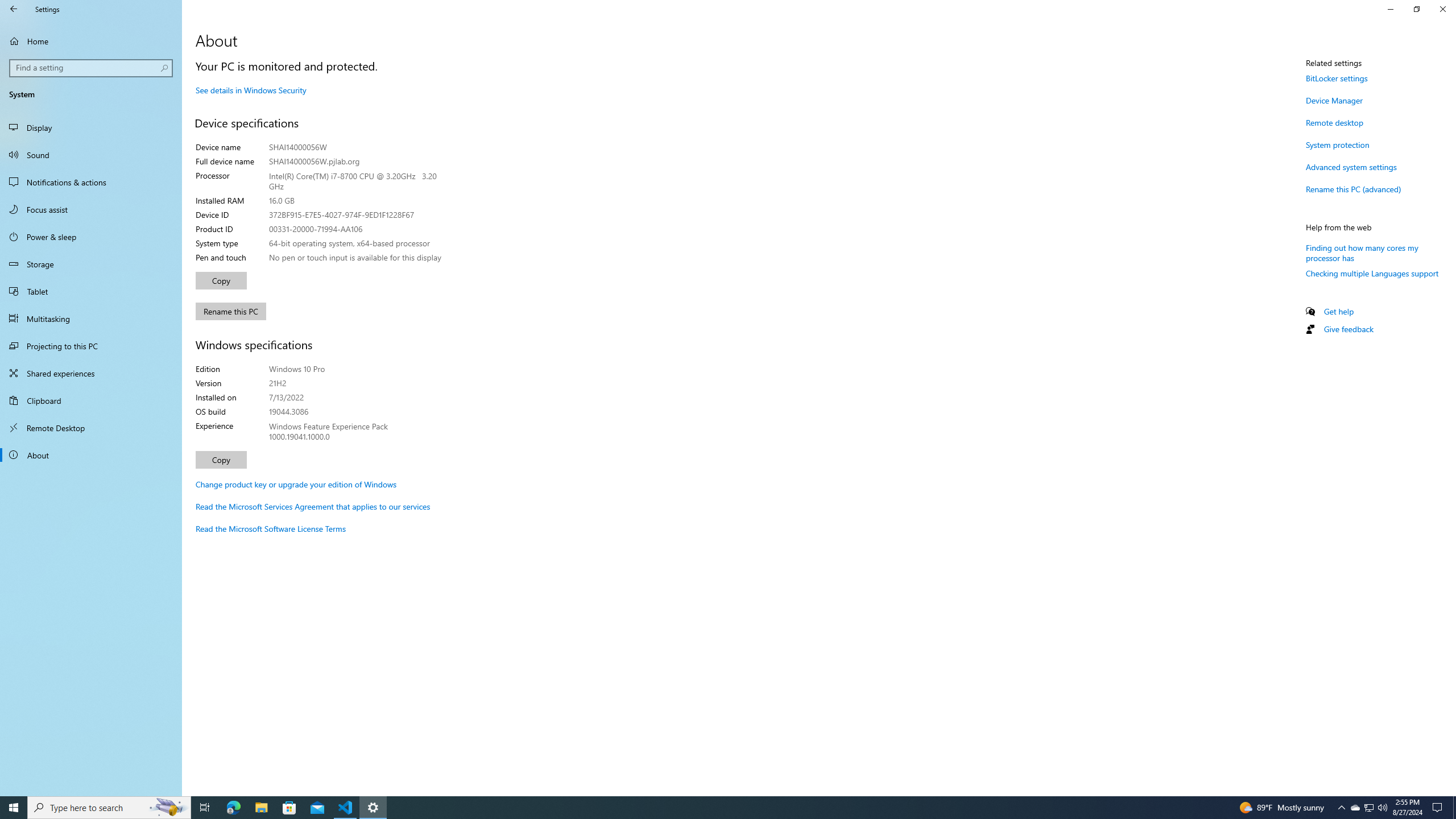 This screenshot has height=819, width=1456. I want to click on 'Change product key or upgrade your edition of Windows', so click(295, 483).